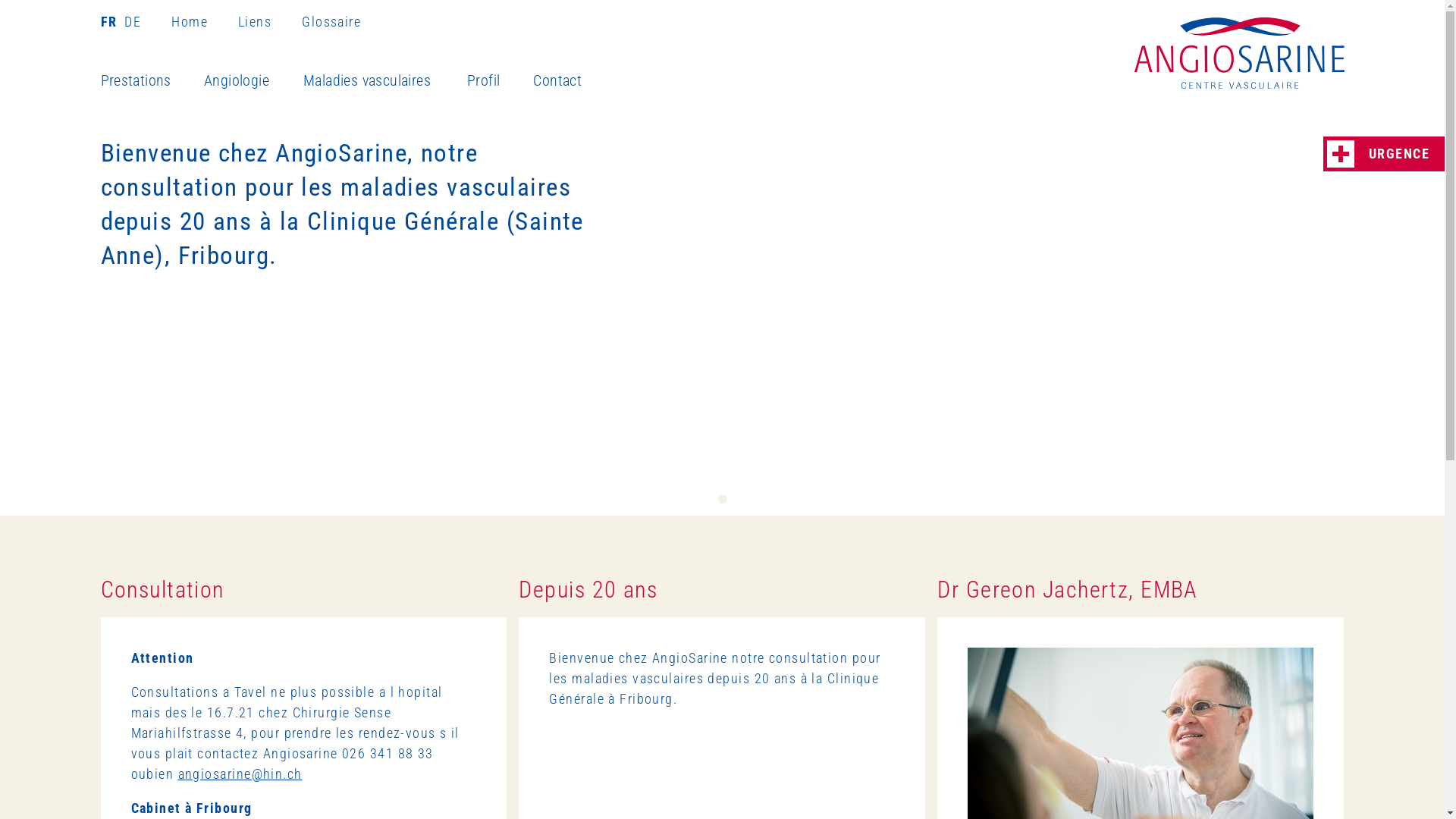 The height and width of the screenshot is (819, 1456). What do you see at coordinates (1383, 154) in the screenshot?
I see `'URGENCE'` at bounding box center [1383, 154].